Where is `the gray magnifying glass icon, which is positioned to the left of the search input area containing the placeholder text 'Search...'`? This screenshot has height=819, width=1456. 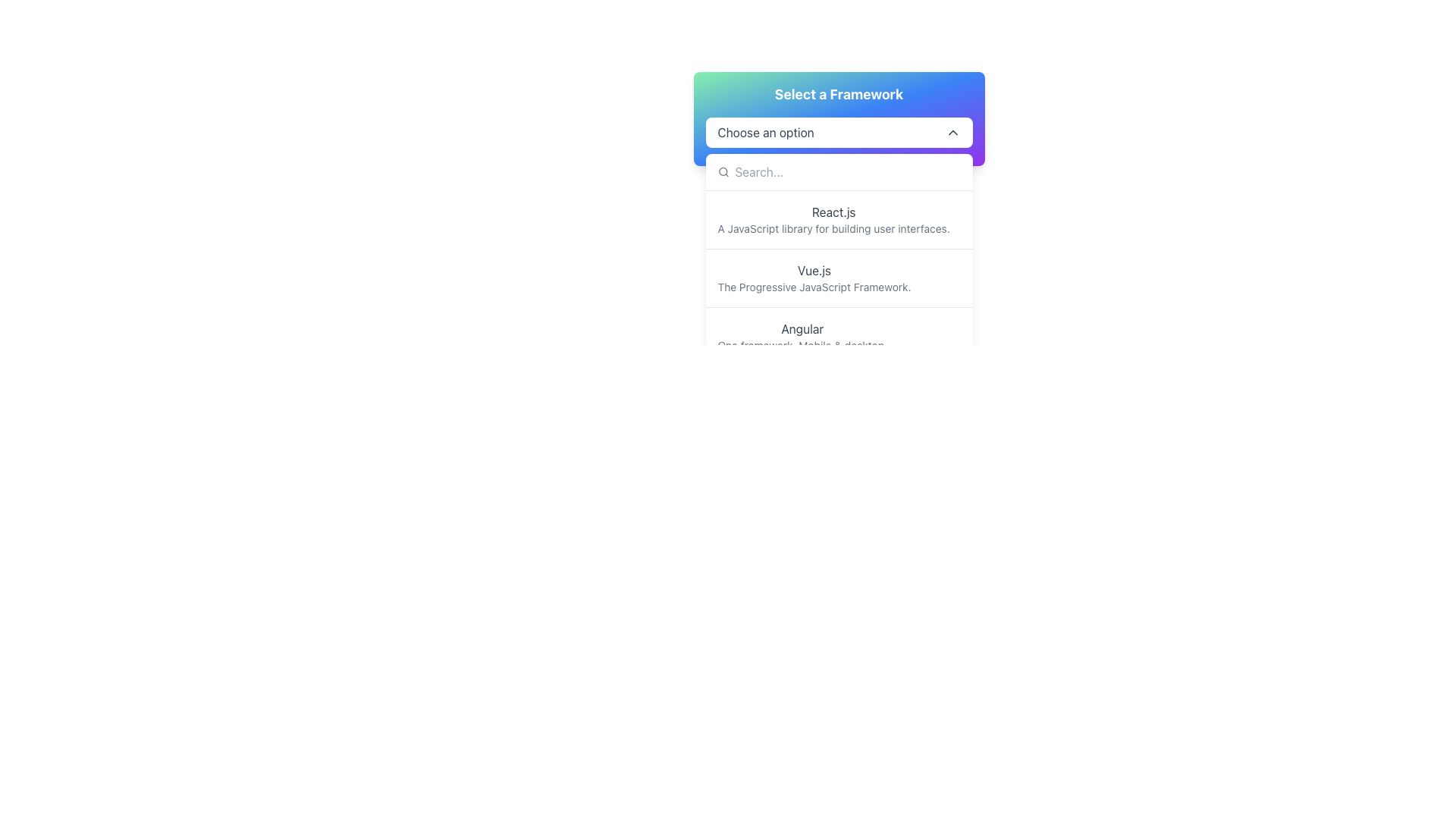 the gray magnifying glass icon, which is positioned to the left of the search input area containing the placeholder text 'Search...' is located at coordinates (722, 171).